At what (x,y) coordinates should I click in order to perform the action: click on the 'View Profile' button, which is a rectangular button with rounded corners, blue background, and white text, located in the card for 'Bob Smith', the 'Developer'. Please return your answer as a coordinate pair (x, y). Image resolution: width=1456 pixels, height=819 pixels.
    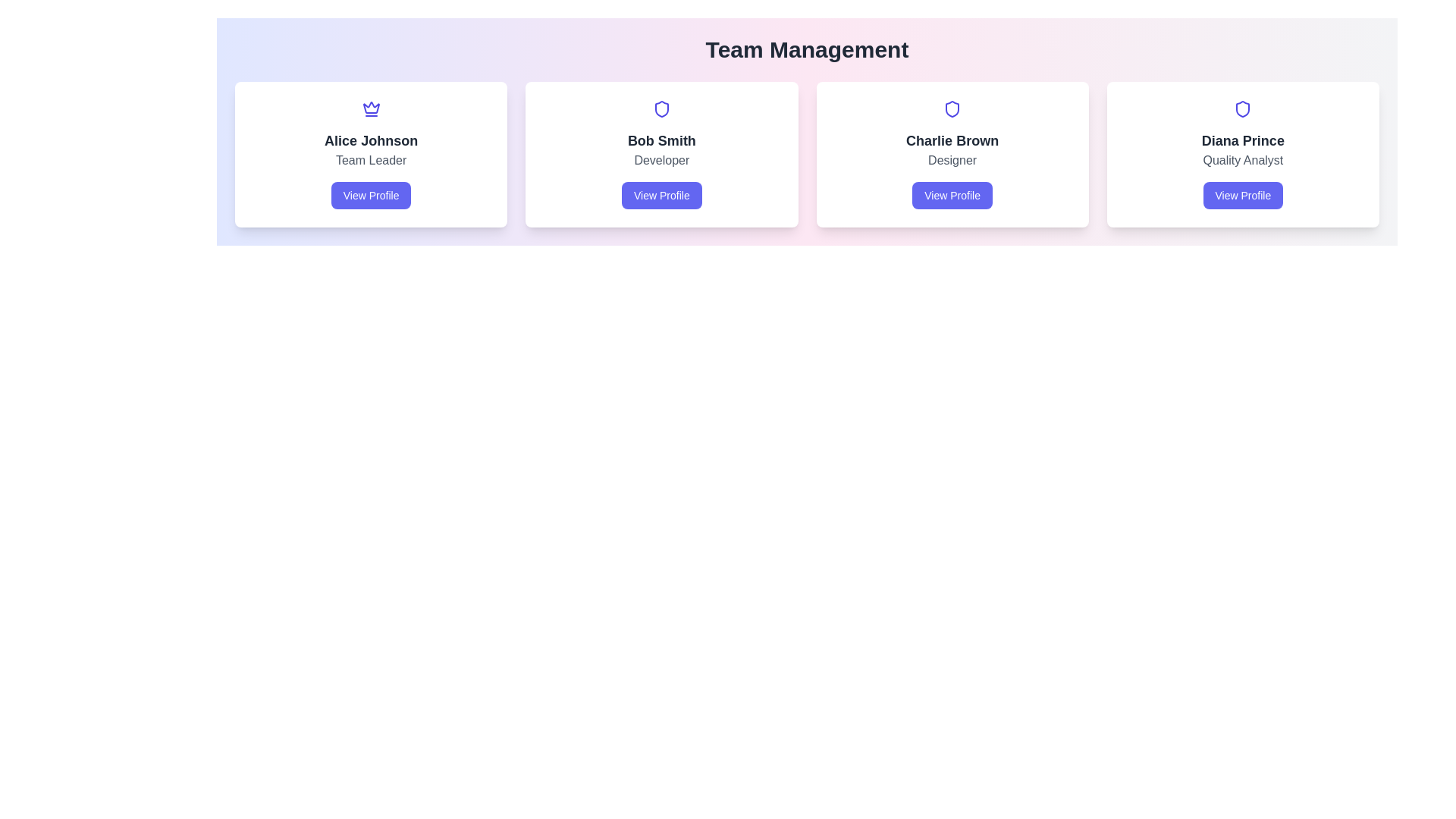
    Looking at the image, I should click on (661, 195).